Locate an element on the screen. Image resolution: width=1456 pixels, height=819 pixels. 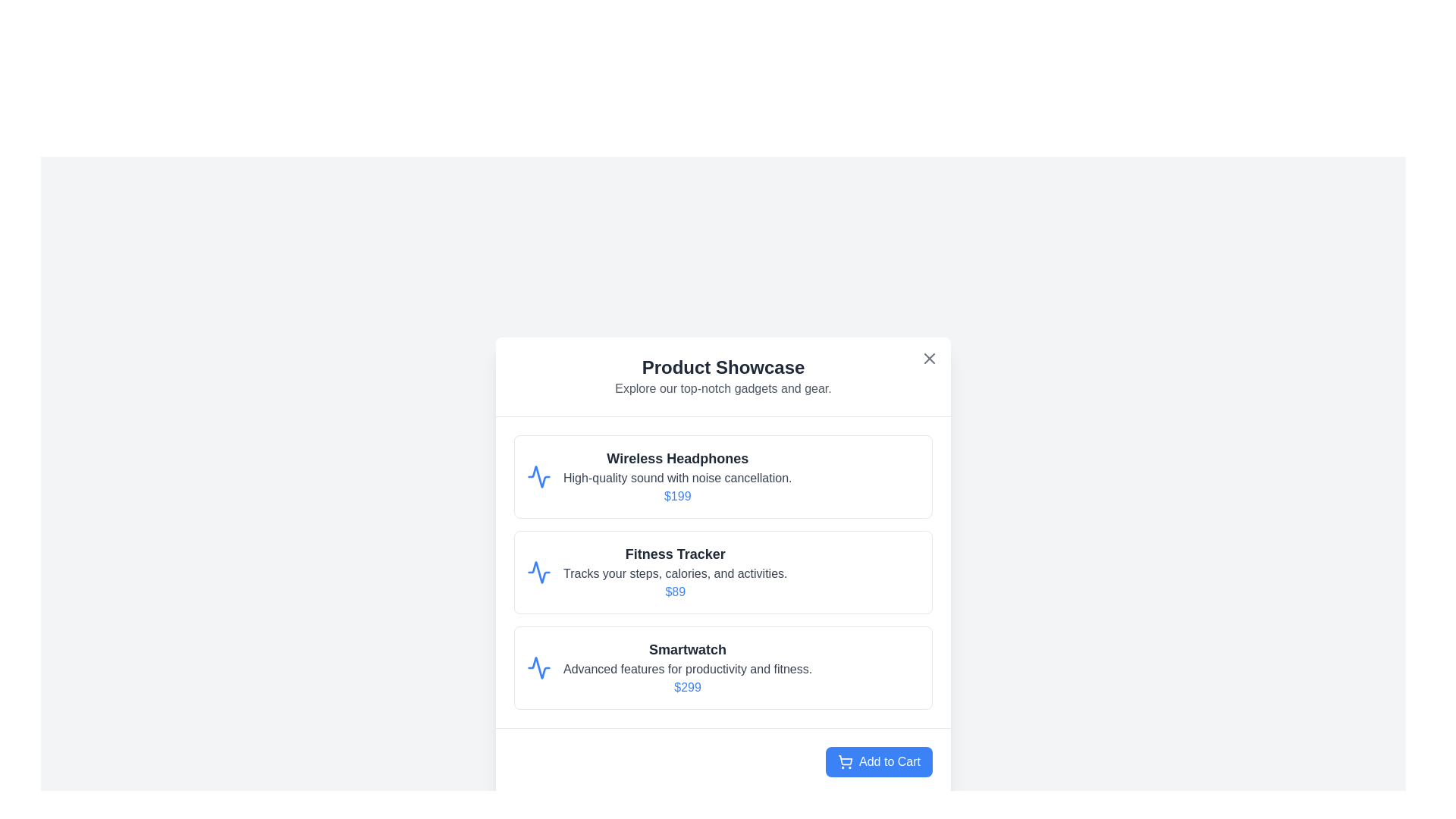
text label stating 'Advanced features for productivity and fitness.' located below the title 'Smartwatch' and above the price '$299' is located at coordinates (687, 669).